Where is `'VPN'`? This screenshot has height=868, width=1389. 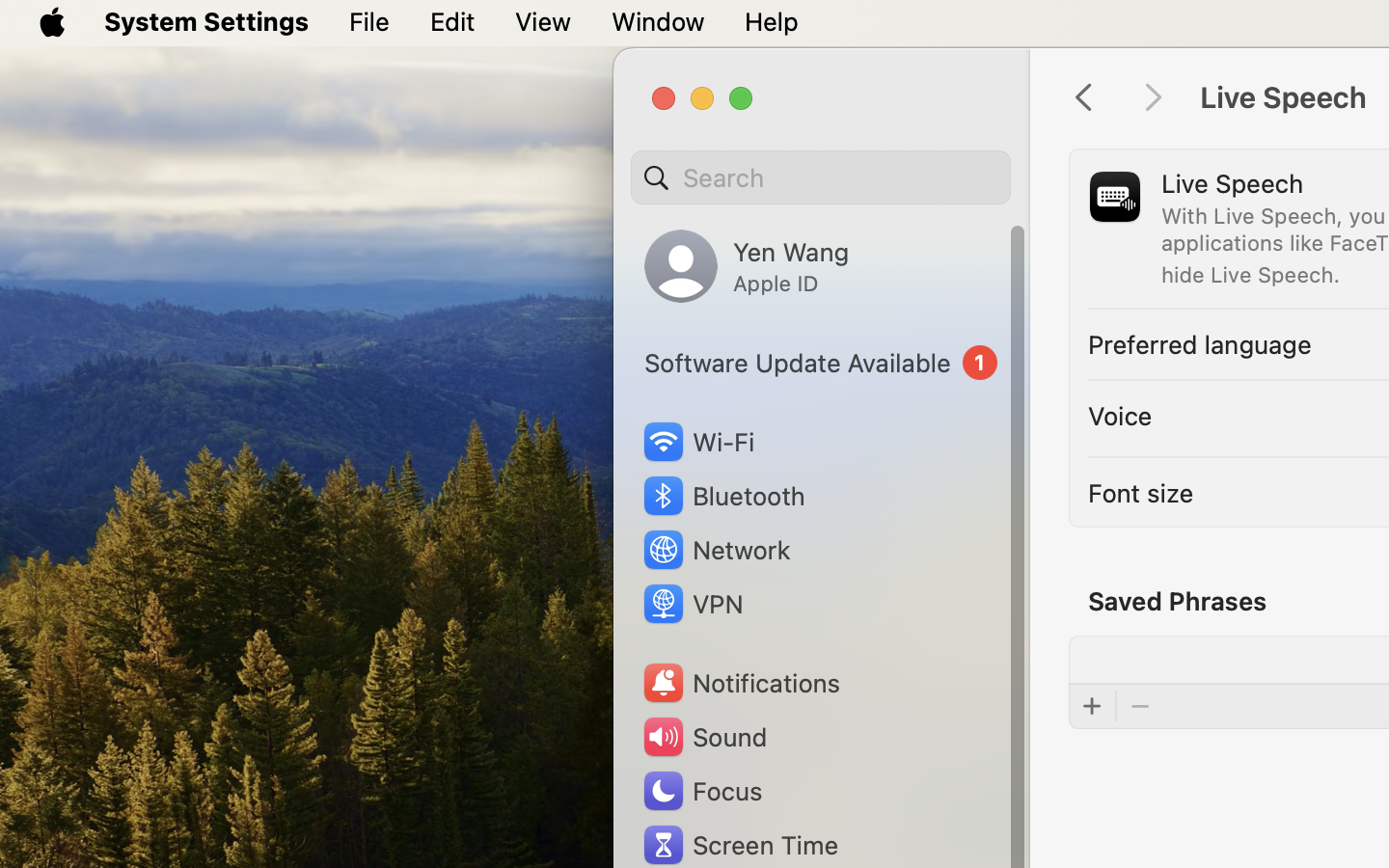 'VPN' is located at coordinates (691, 604).